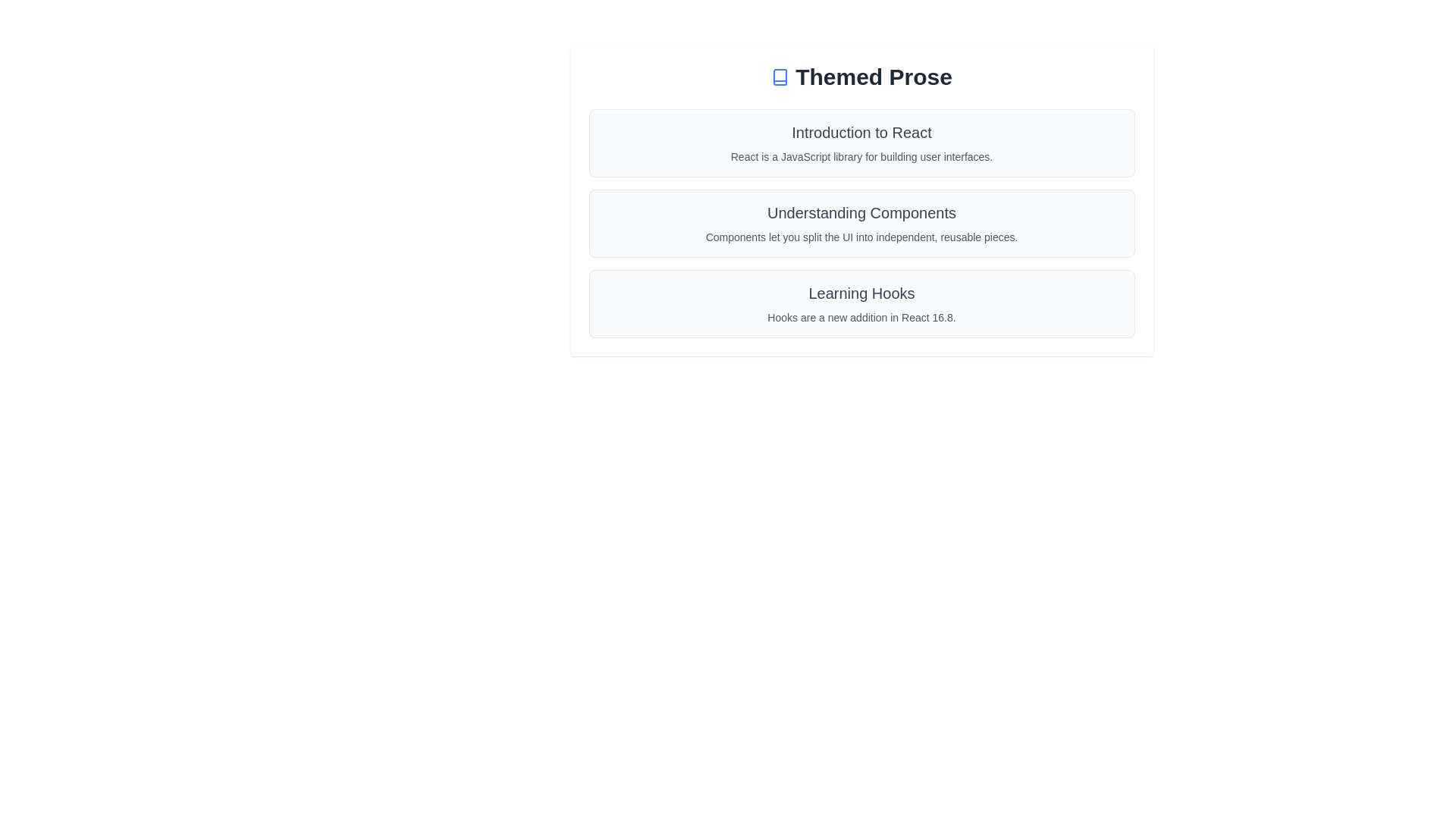  Describe the element at coordinates (861, 157) in the screenshot. I see `the descriptive text that states 'React is a JavaScript library for building user interfaces.' positioned below the heading 'Introduction to React.'` at that location.